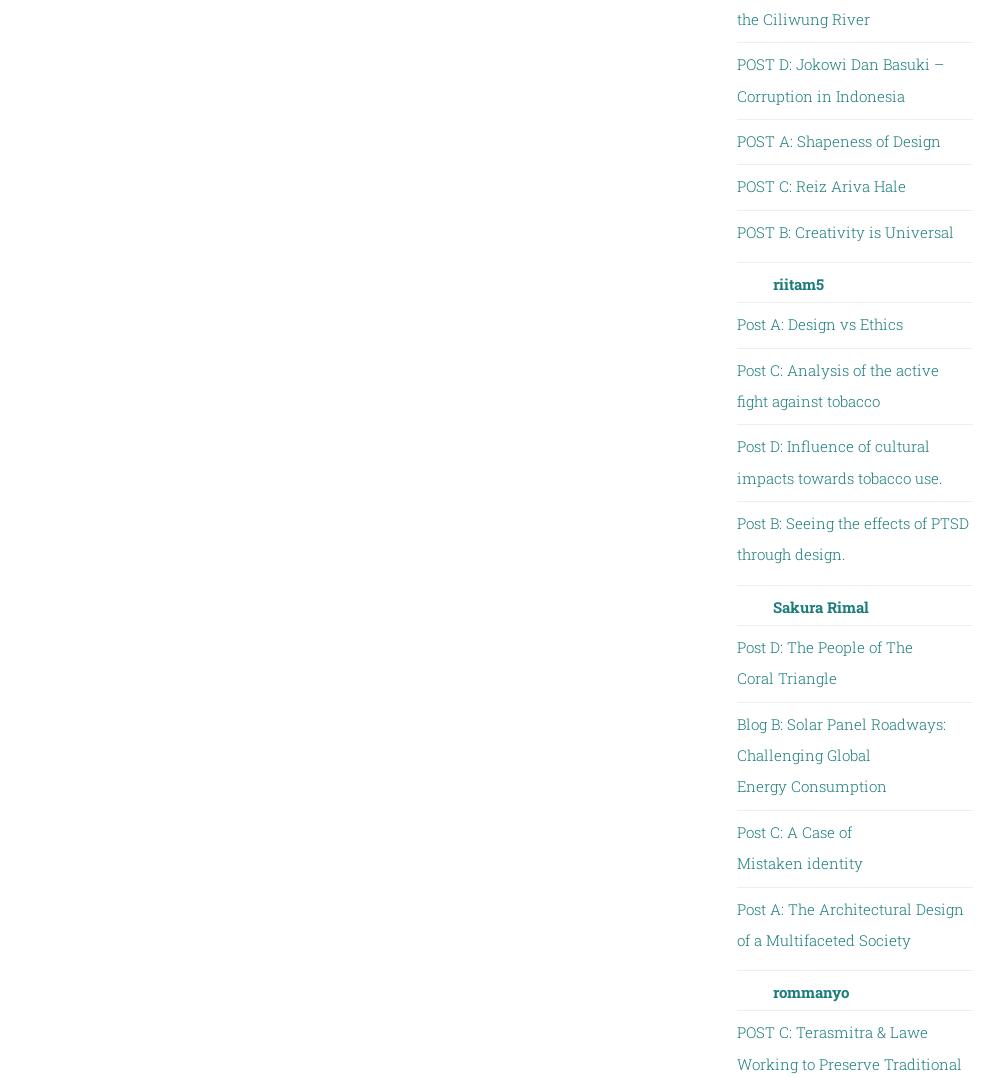  Describe the element at coordinates (735, 754) in the screenshot. I see `'Blog B: Solar Panel Roadways: Challenging Global Energy Consumption'` at that location.